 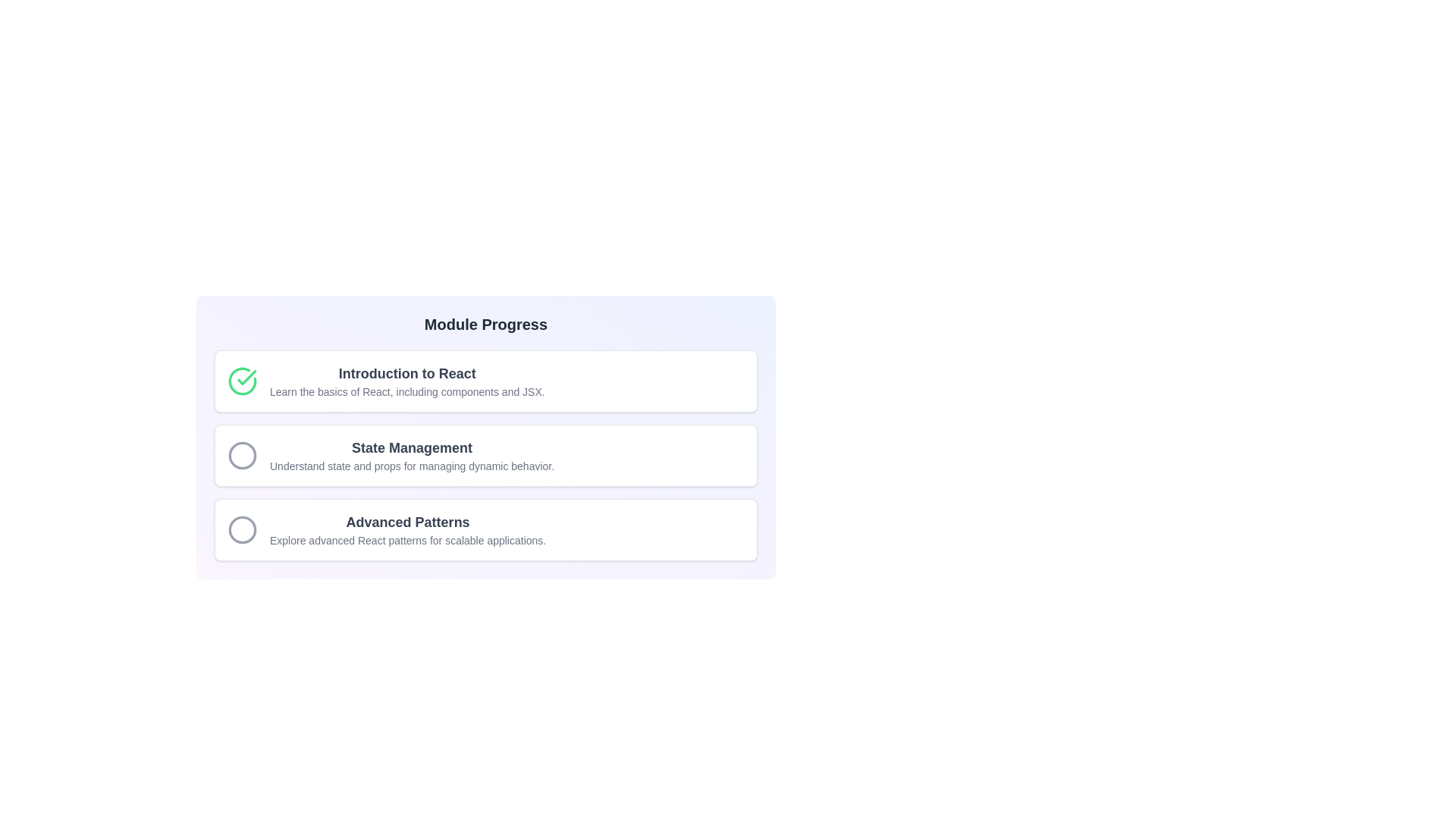 What do you see at coordinates (243, 380) in the screenshot?
I see `the Indicator icon that signifies the completion status of the 'Introduction to React' module, located at the left end of the first row in the course progress items` at bounding box center [243, 380].